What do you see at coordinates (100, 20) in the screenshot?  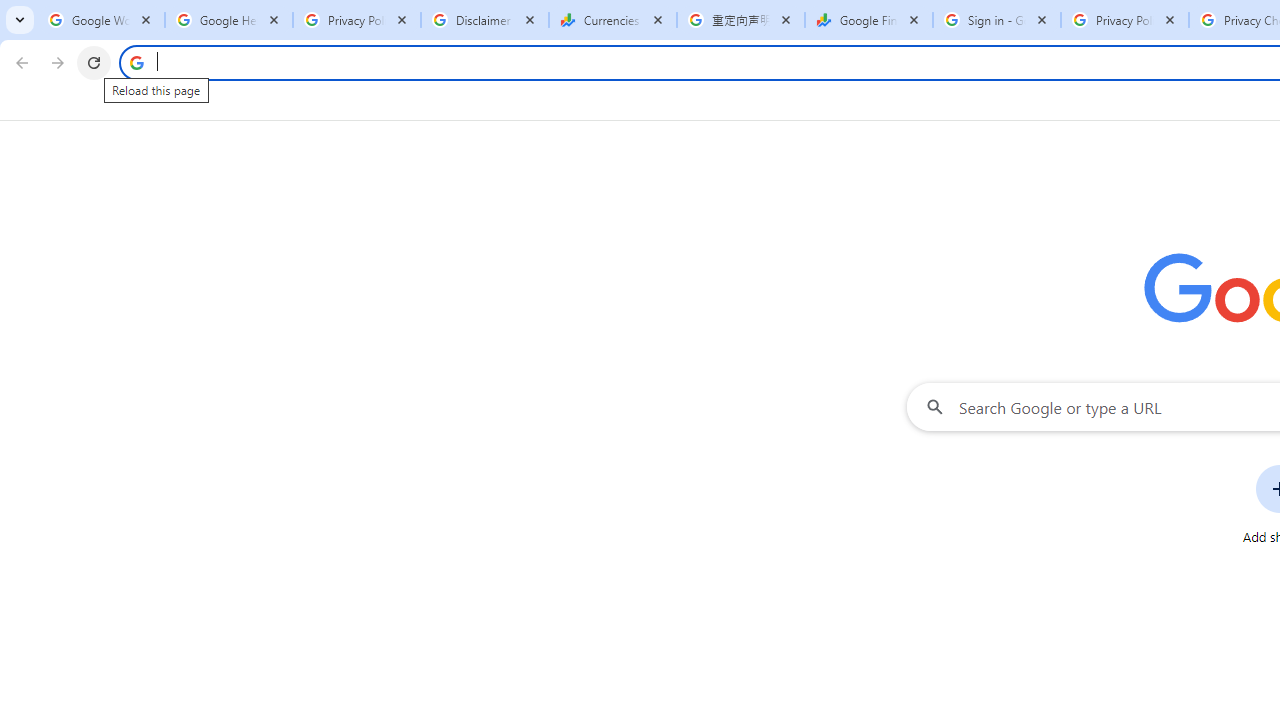 I see `'Google Workspace Admin Community'` at bounding box center [100, 20].